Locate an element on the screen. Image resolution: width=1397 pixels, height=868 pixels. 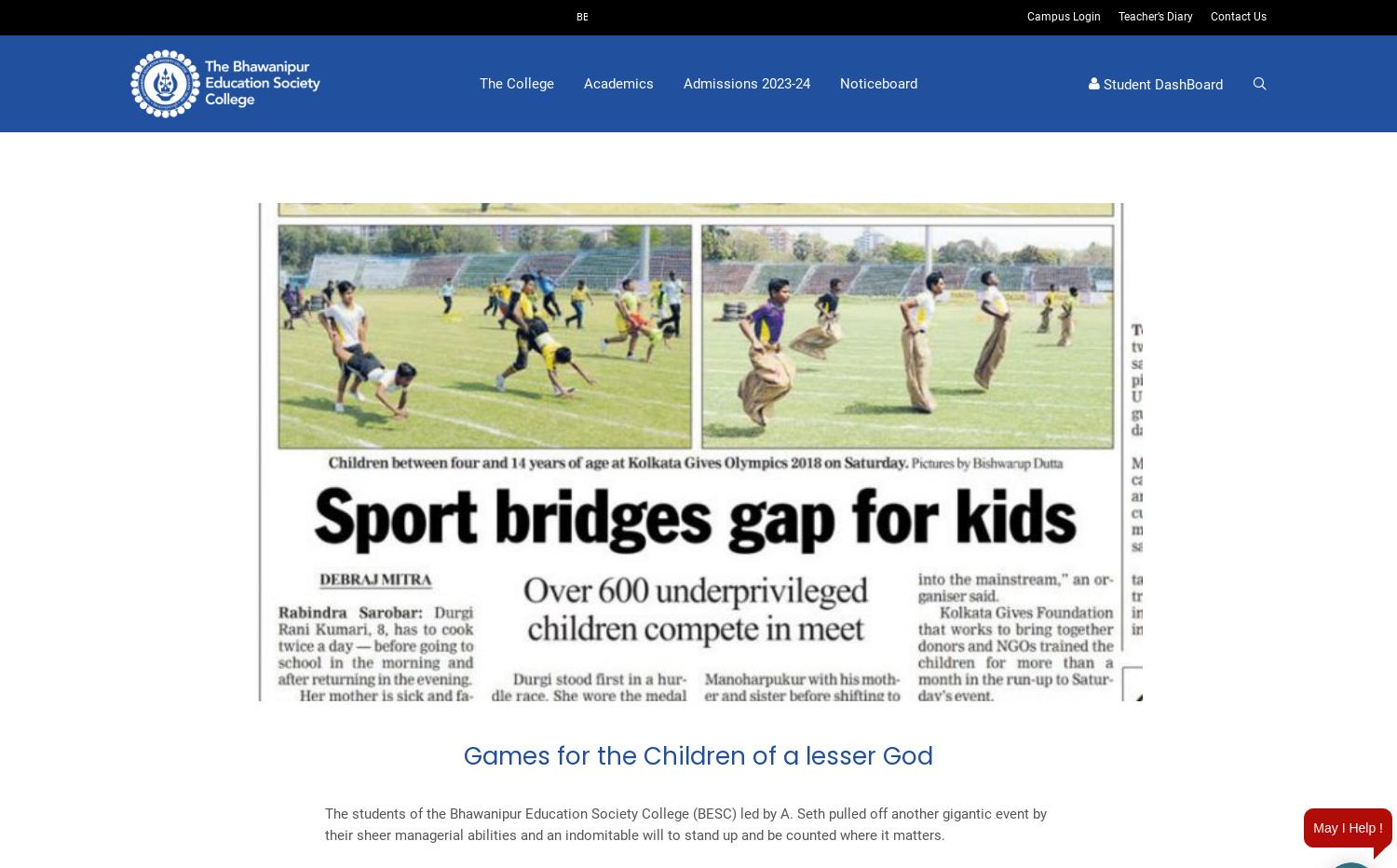
'Games for the Children of a lesser God' is located at coordinates (698, 755).